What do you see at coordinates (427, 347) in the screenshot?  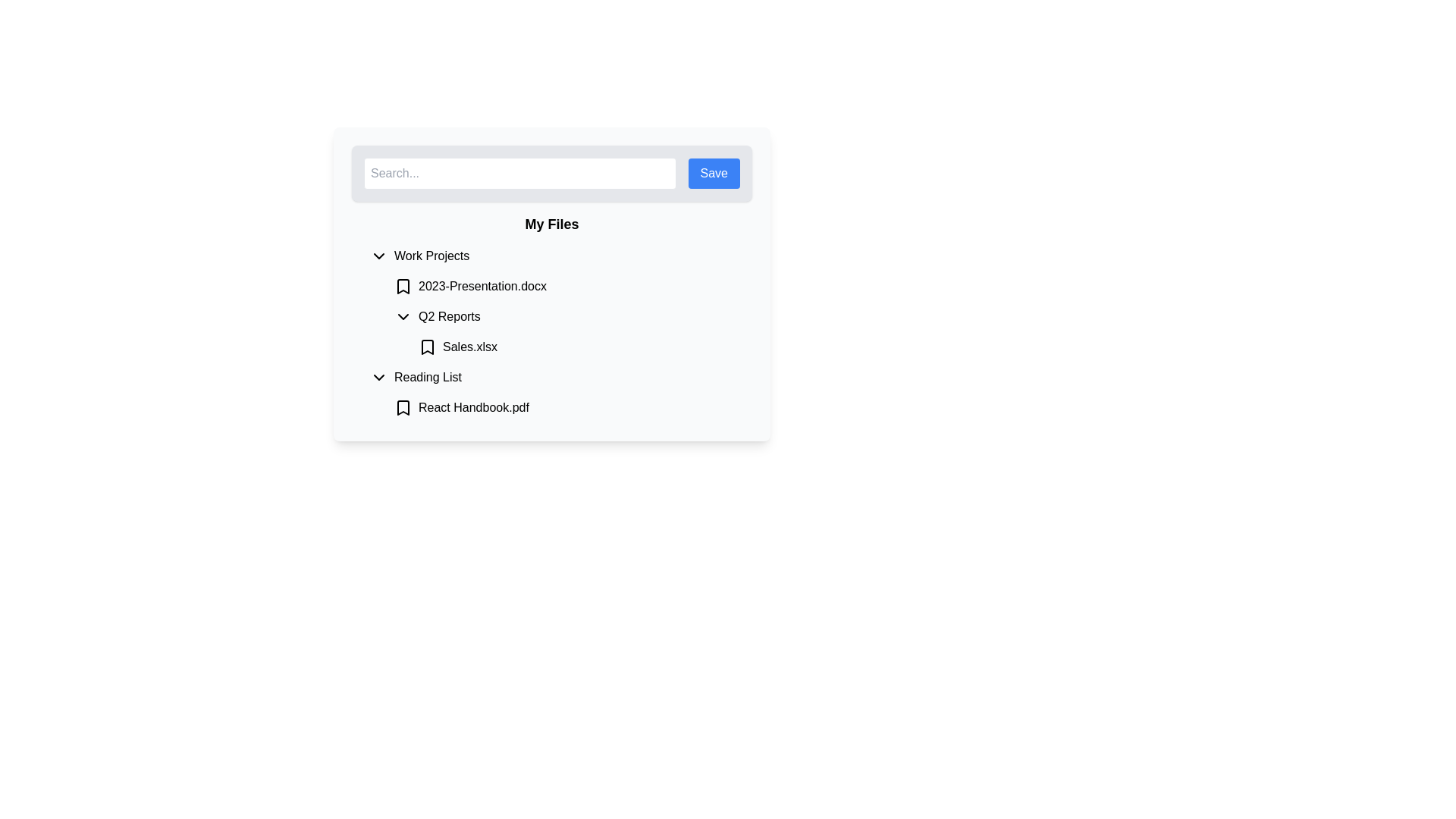 I see `the icon located to the left of the file name 'Sales.xlsx'` at bounding box center [427, 347].